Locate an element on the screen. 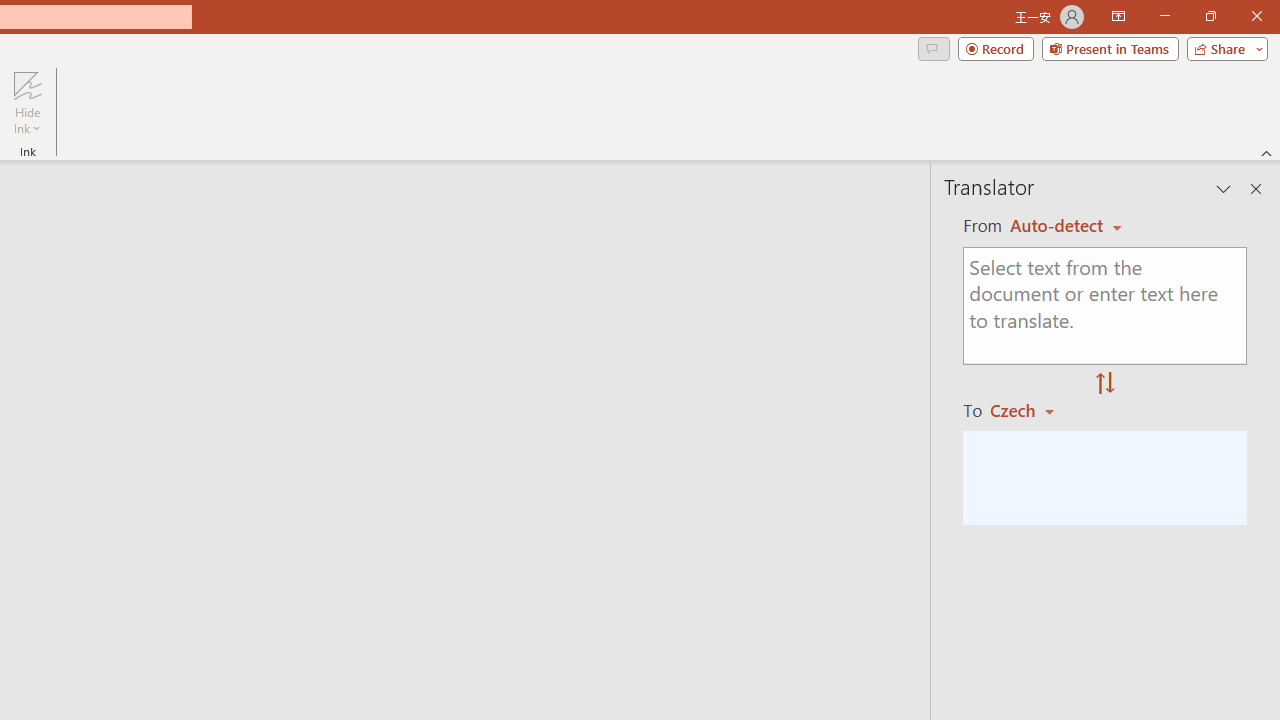 The width and height of the screenshot is (1280, 720). 'Swap "from" and "to" languages.' is located at coordinates (1104, 384).